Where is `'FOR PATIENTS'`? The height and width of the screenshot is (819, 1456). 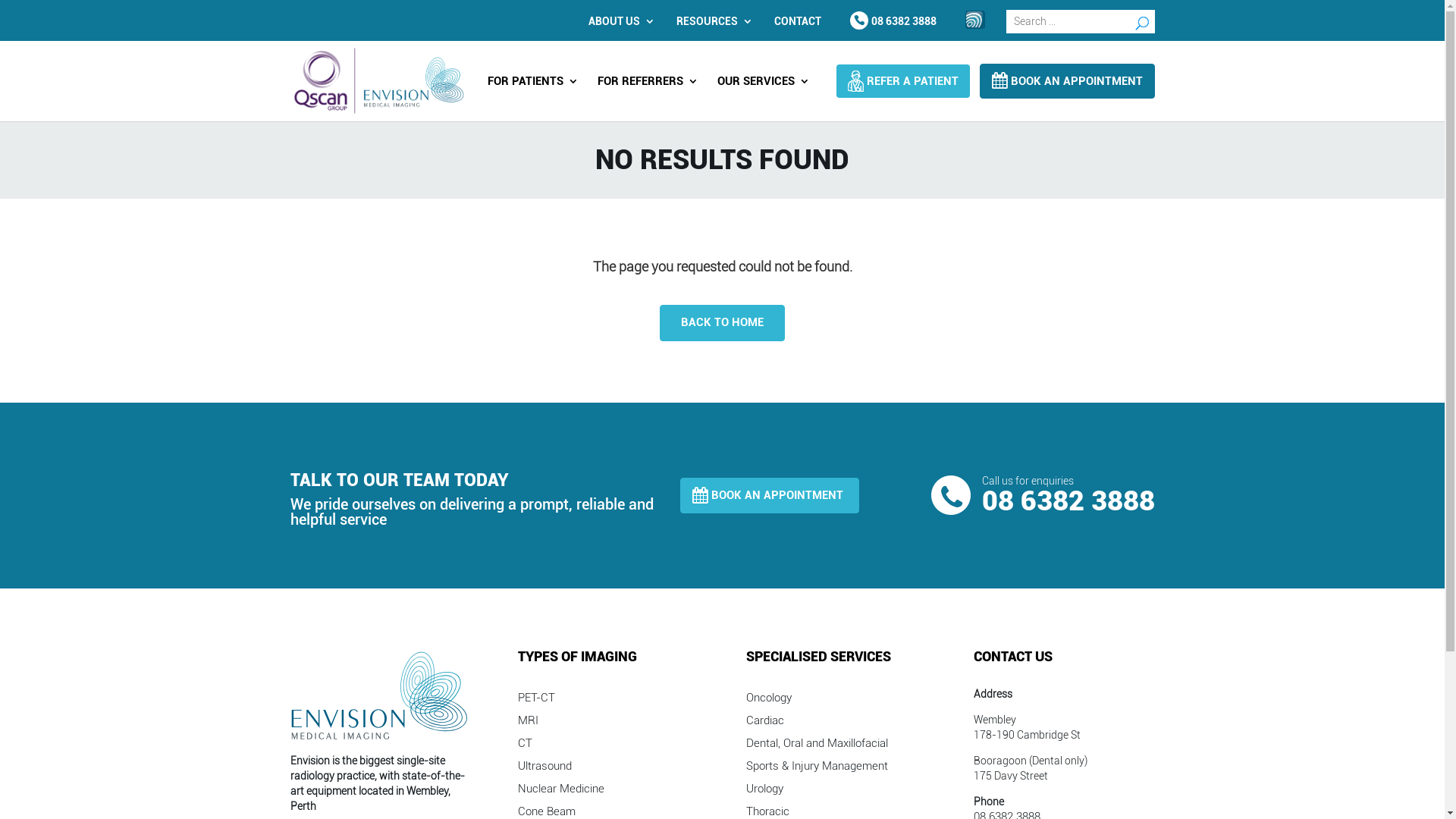 'FOR PATIENTS' is located at coordinates (532, 86).